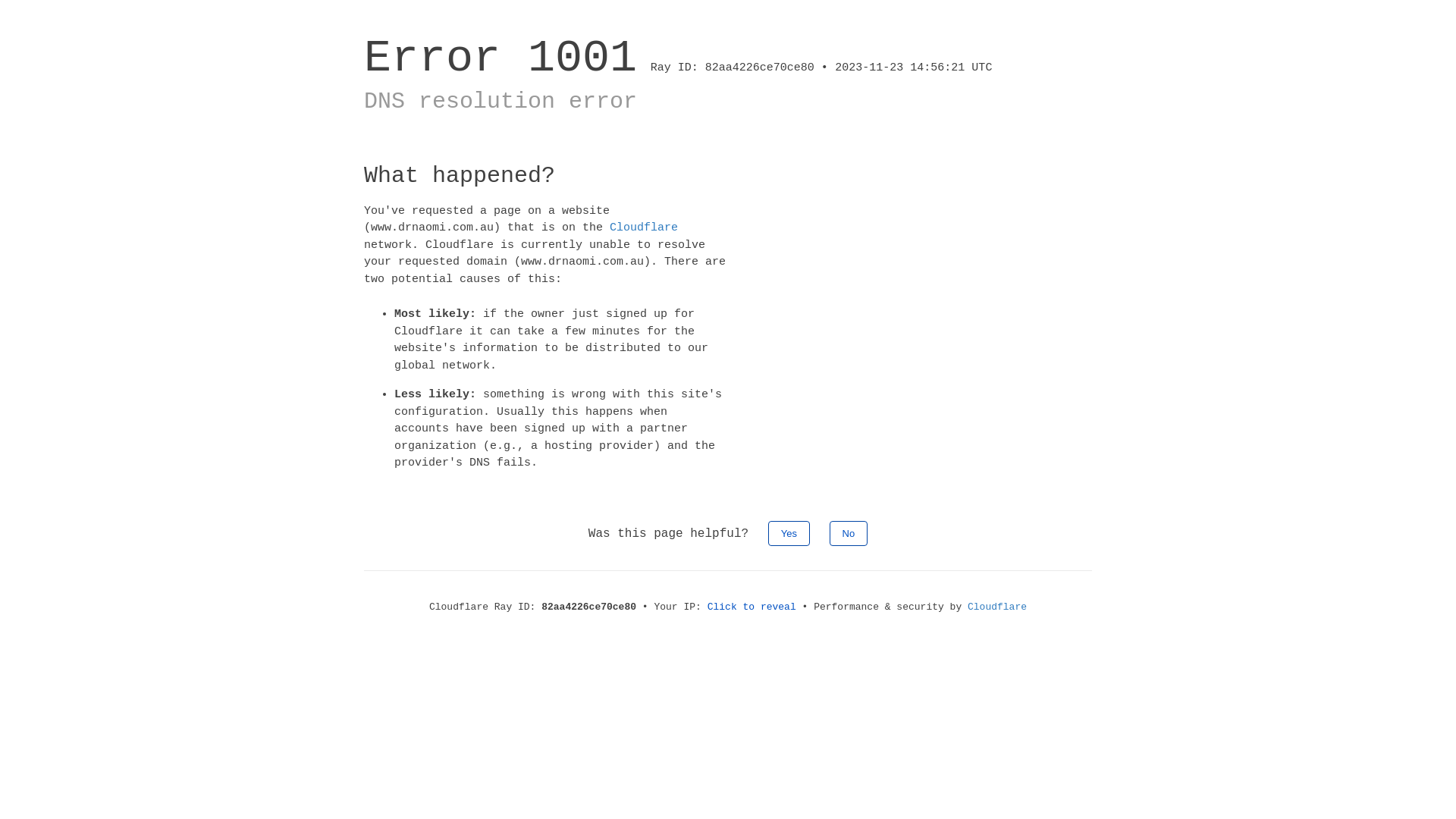 This screenshot has height=819, width=1456. I want to click on 'Cloudflare', so click(644, 227).